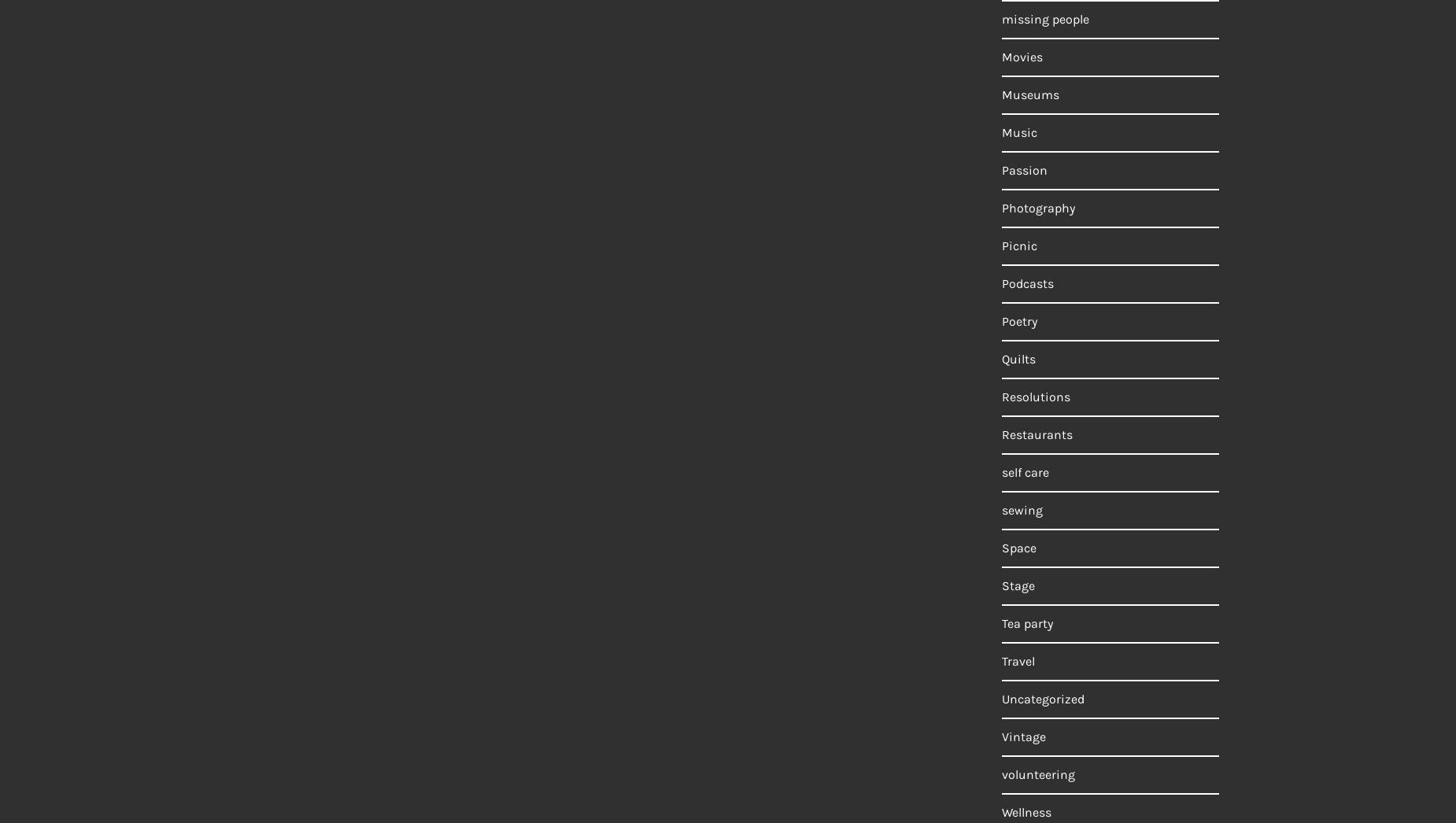  Describe the element at coordinates (1042, 698) in the screenshot. I see `'Uncategorized'` at that location.